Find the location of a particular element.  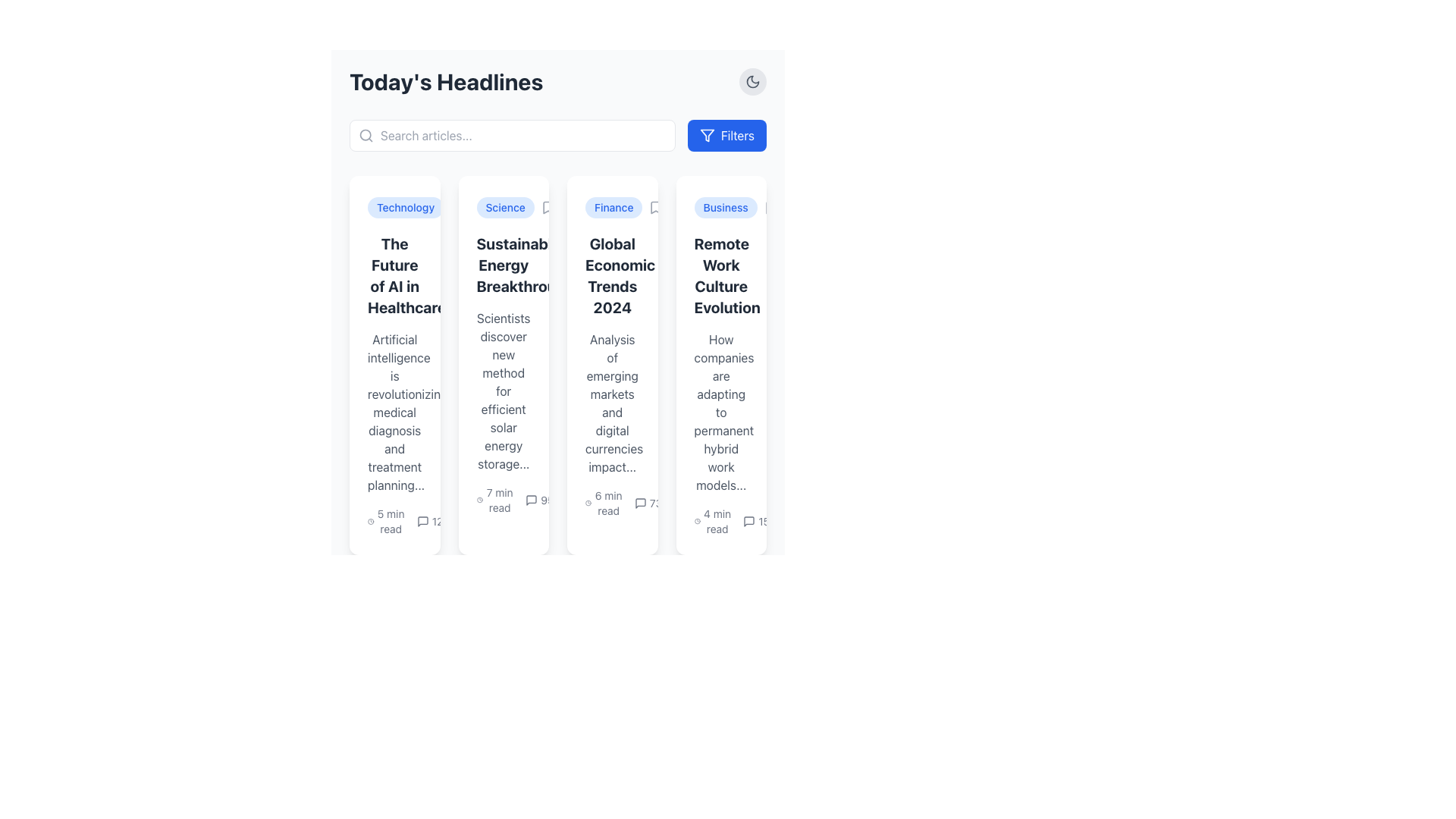

the text block that serves as an abstract or summary for the article, positioned below the title 'The Future of AI in Healthcare' and above the metadata section is located at coordinates (394, 412).